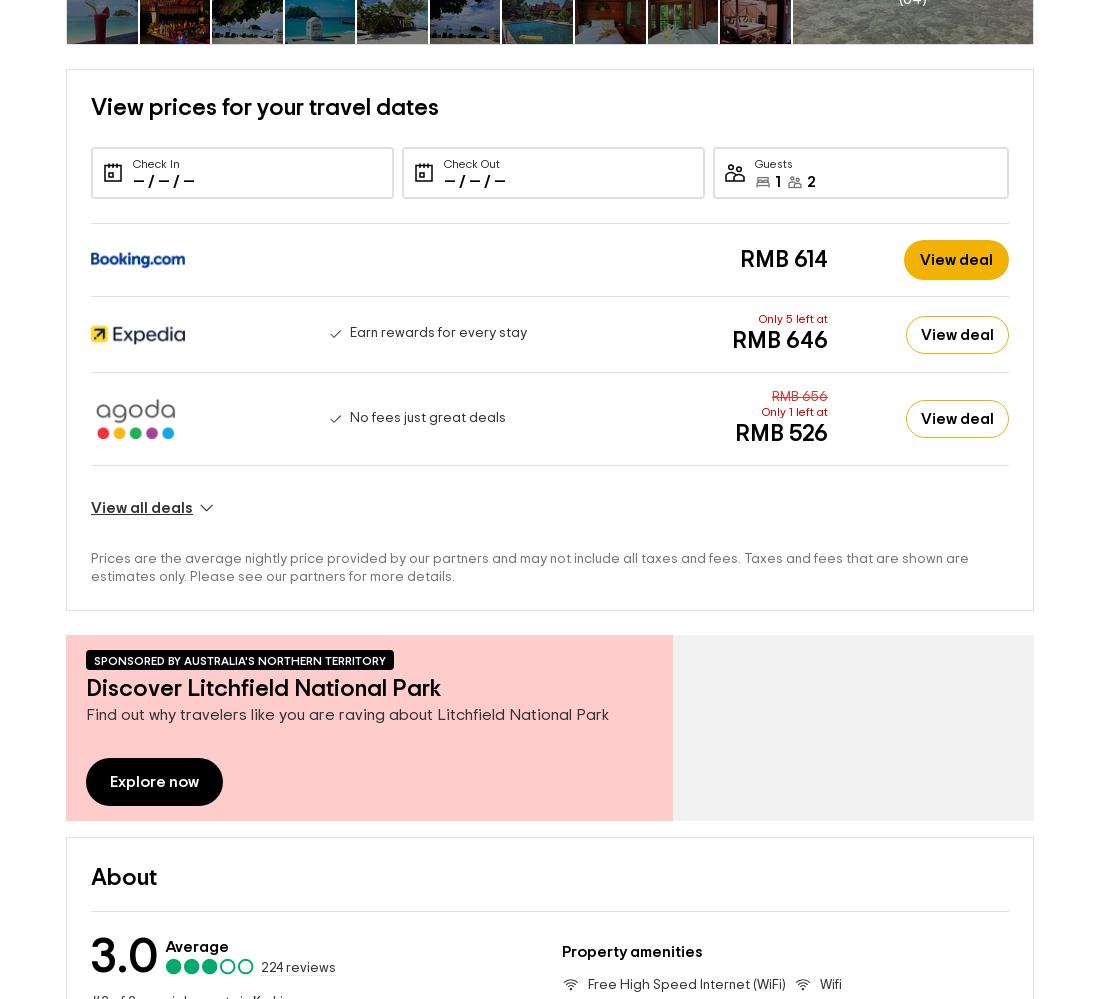 This screenshot has height=999, width=1100. I want to click on 'Earn rewards for every stay', so click(436, 299).